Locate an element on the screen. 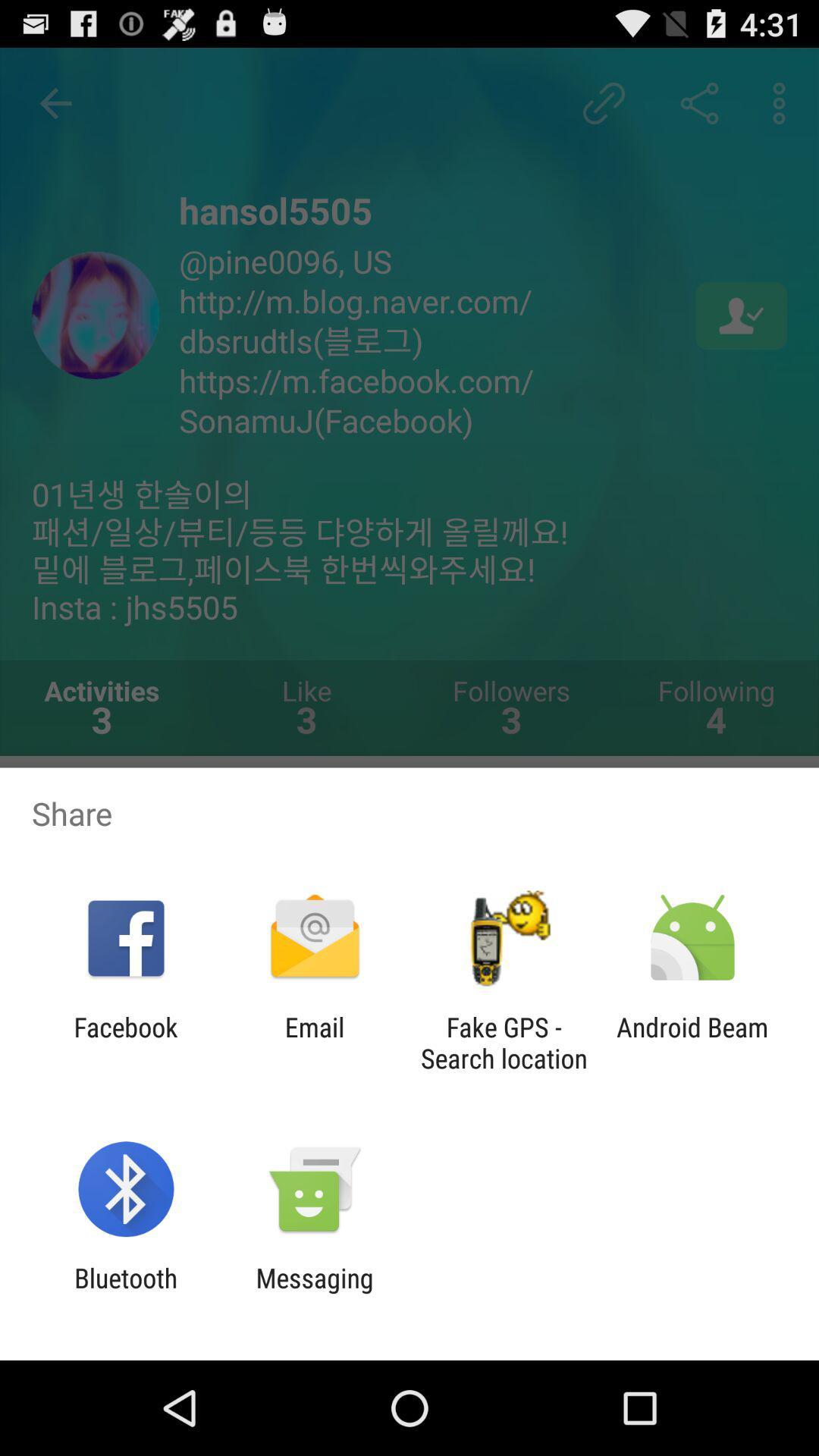 The image size is (819, 1456). facebook is located at coordinates (125, 1042).